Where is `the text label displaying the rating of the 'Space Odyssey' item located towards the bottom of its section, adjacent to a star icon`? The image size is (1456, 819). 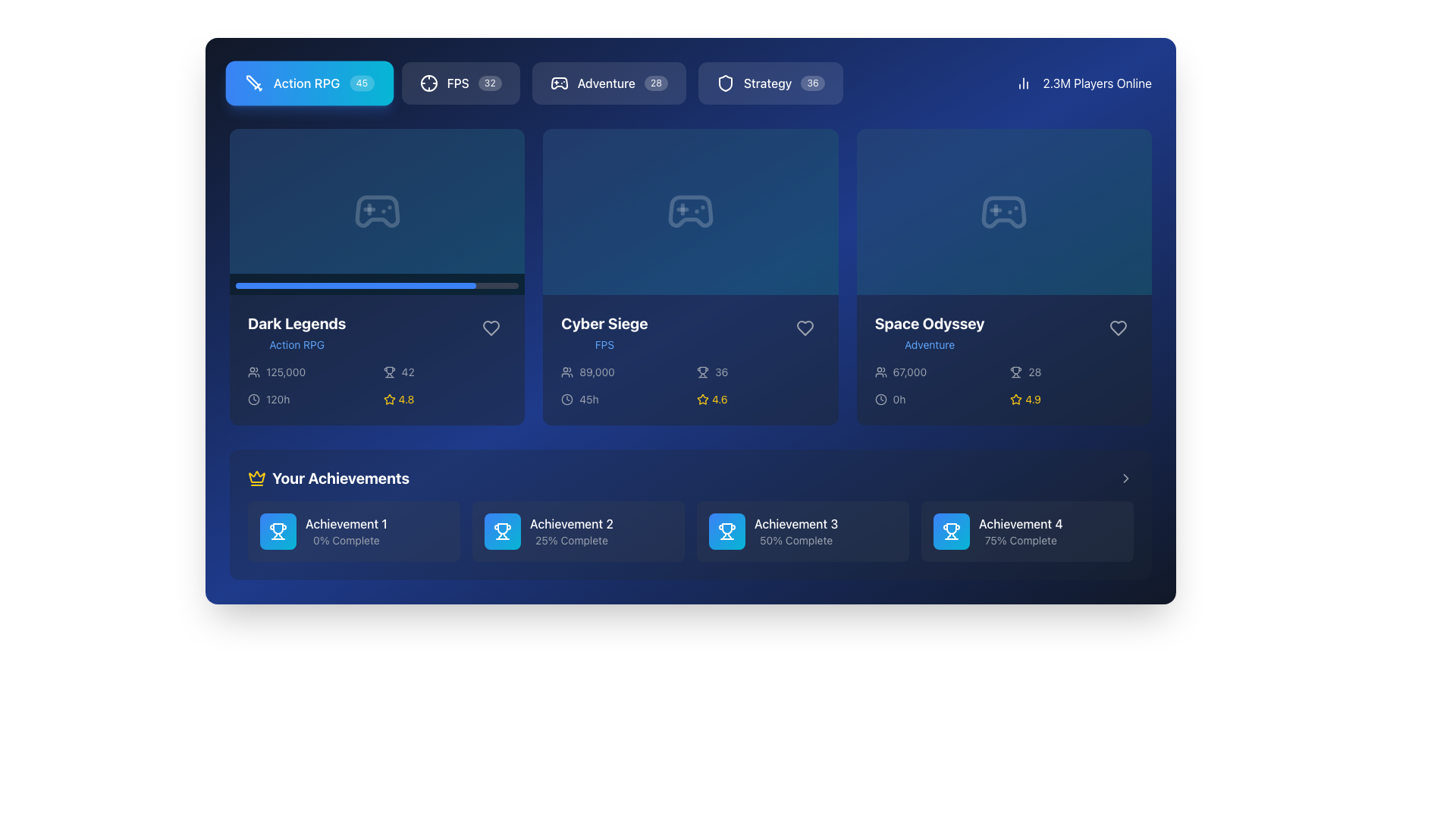 the text label displaying the rating of the 'Space Odyssey' item located towards the bottom of its section, adjacent to a star icon is located at coordinates (1032, 399).